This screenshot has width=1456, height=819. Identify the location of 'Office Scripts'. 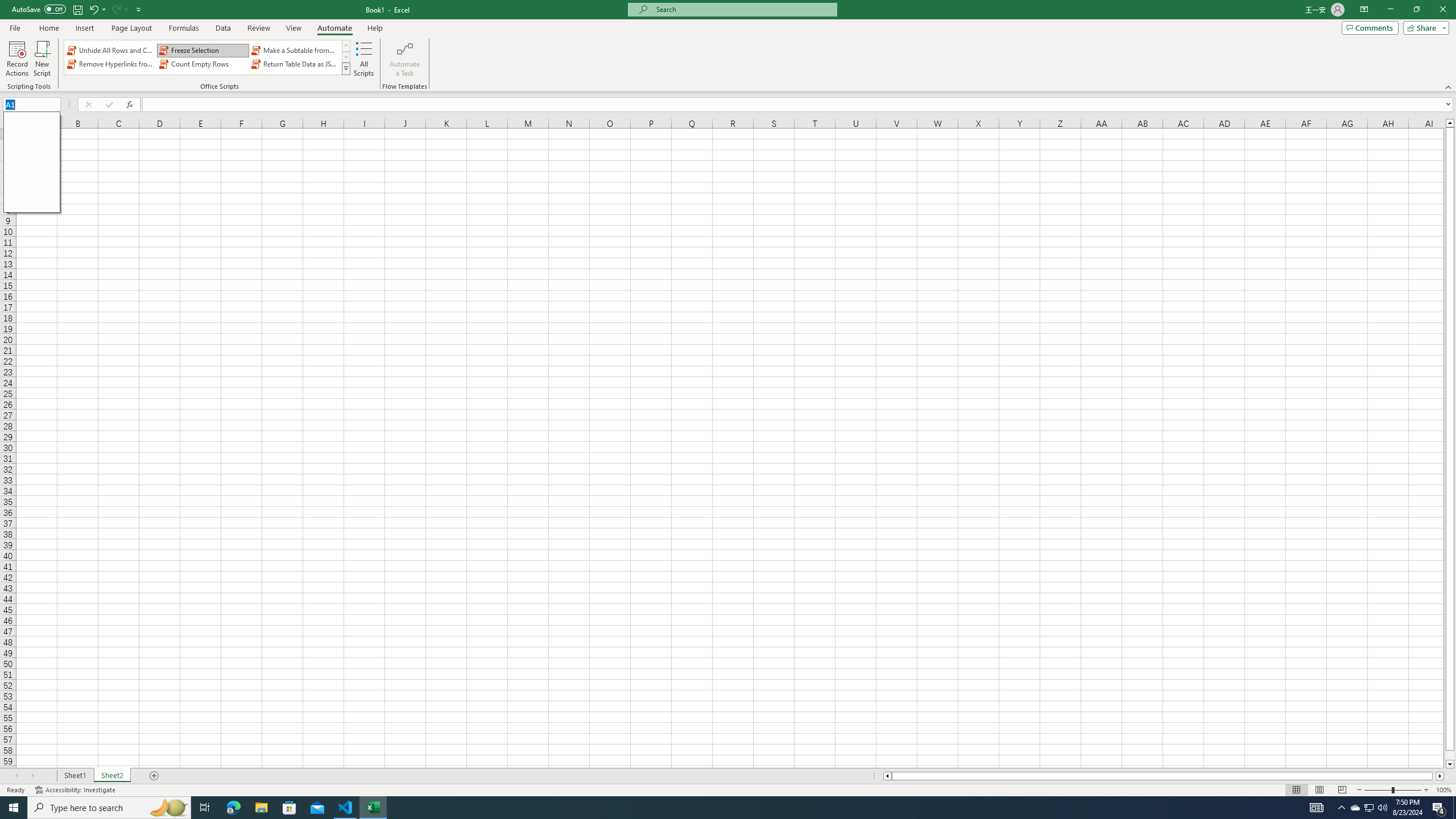
(346, 68).